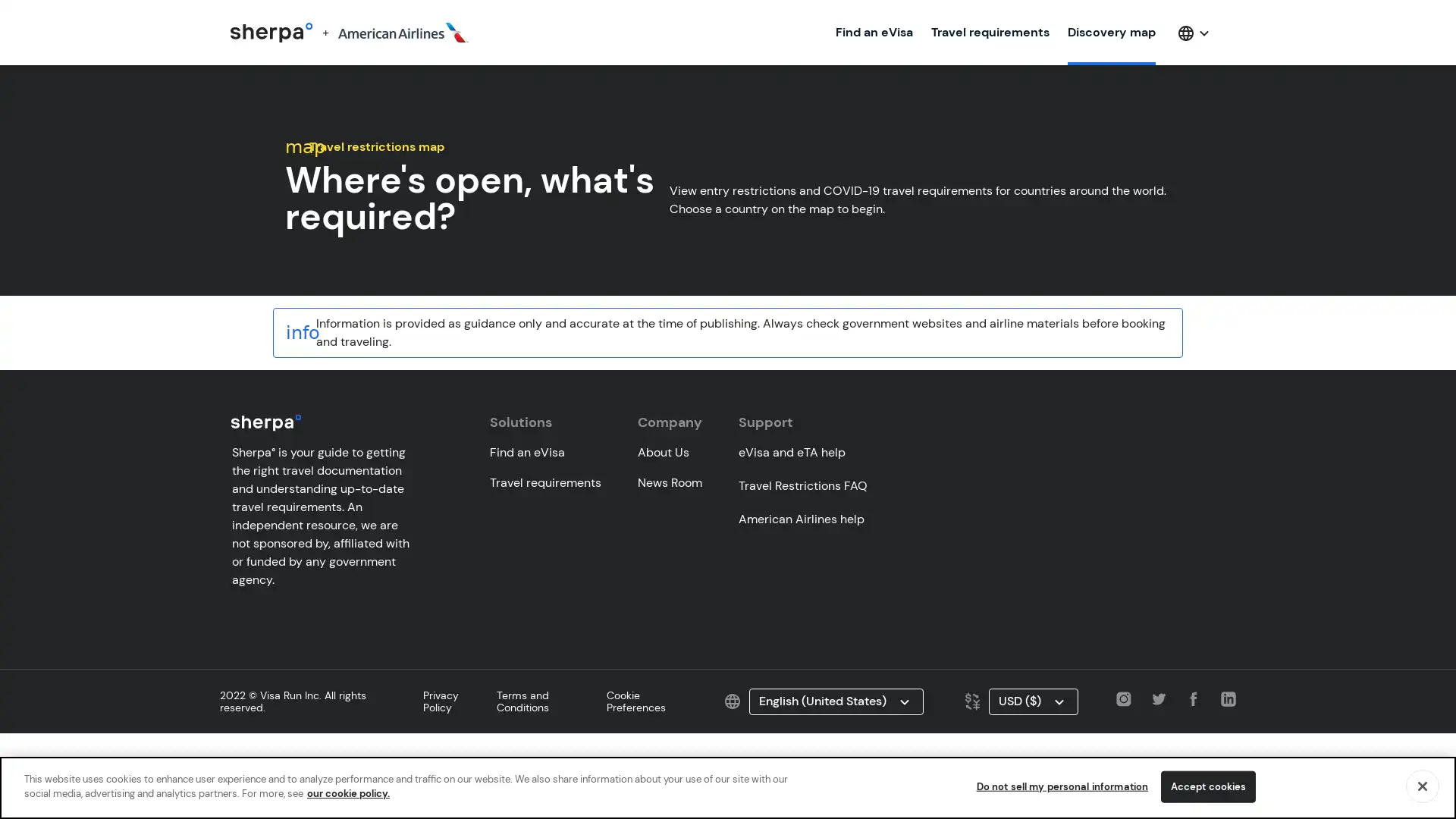 This screenshot has height=819, width=1456. Describe the element at coordinates (1061, 786) in the screenshot. I see `Do not sell my personal information` at that location.